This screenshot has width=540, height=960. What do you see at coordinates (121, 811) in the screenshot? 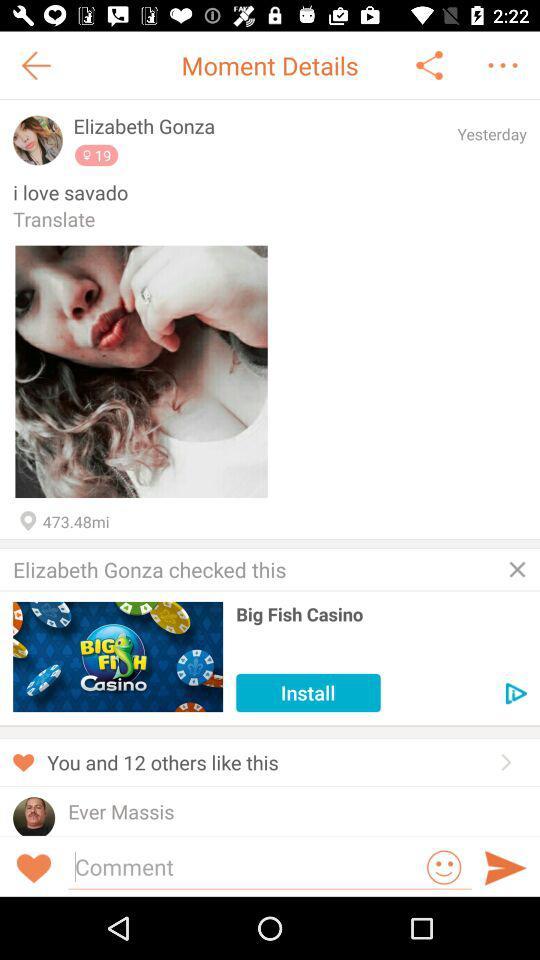
I see `ever massis` at bounding box center [121, 811].